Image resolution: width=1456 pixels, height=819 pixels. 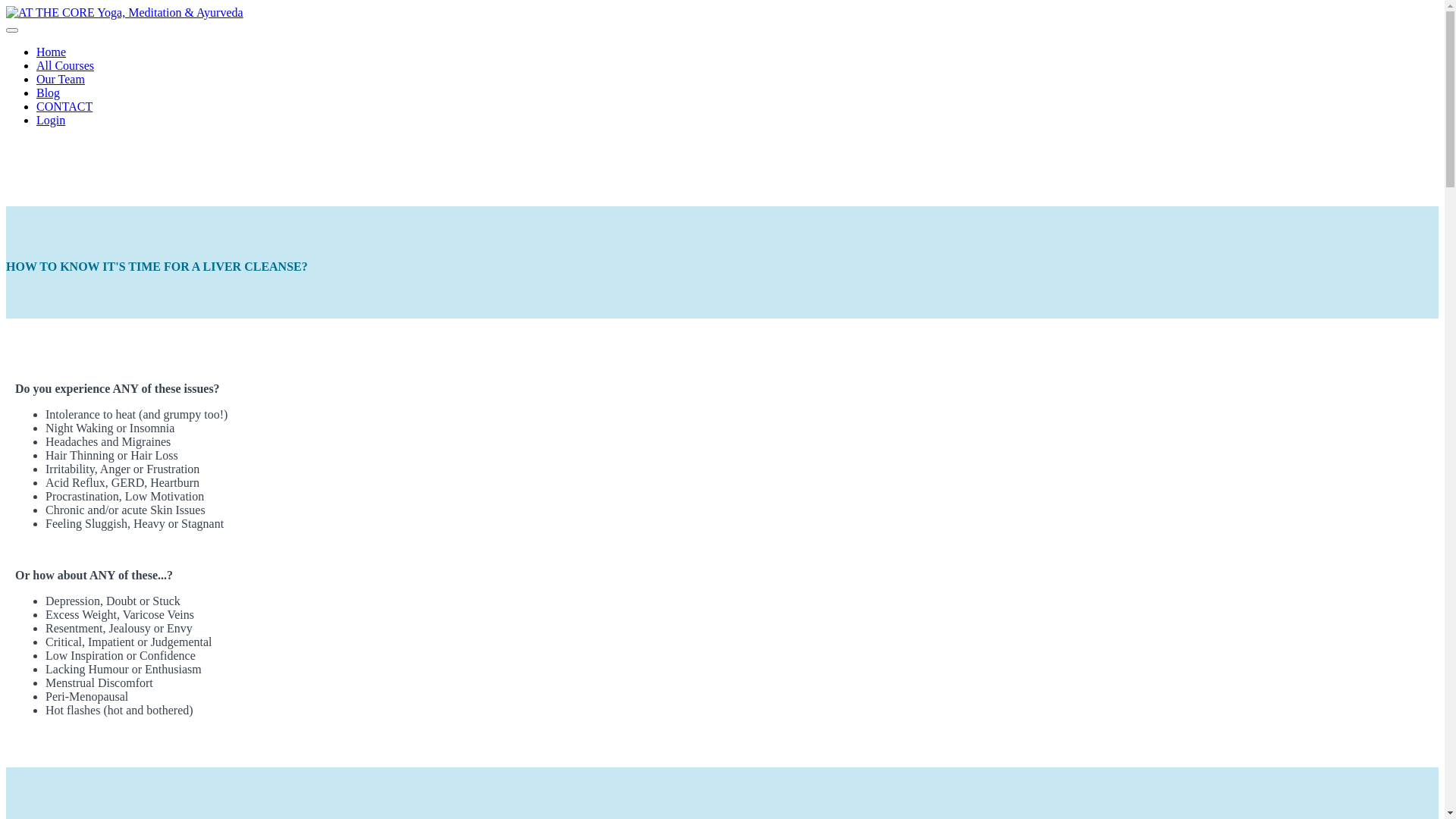 I want to click on 'Blog', so click(x=48, y=93).